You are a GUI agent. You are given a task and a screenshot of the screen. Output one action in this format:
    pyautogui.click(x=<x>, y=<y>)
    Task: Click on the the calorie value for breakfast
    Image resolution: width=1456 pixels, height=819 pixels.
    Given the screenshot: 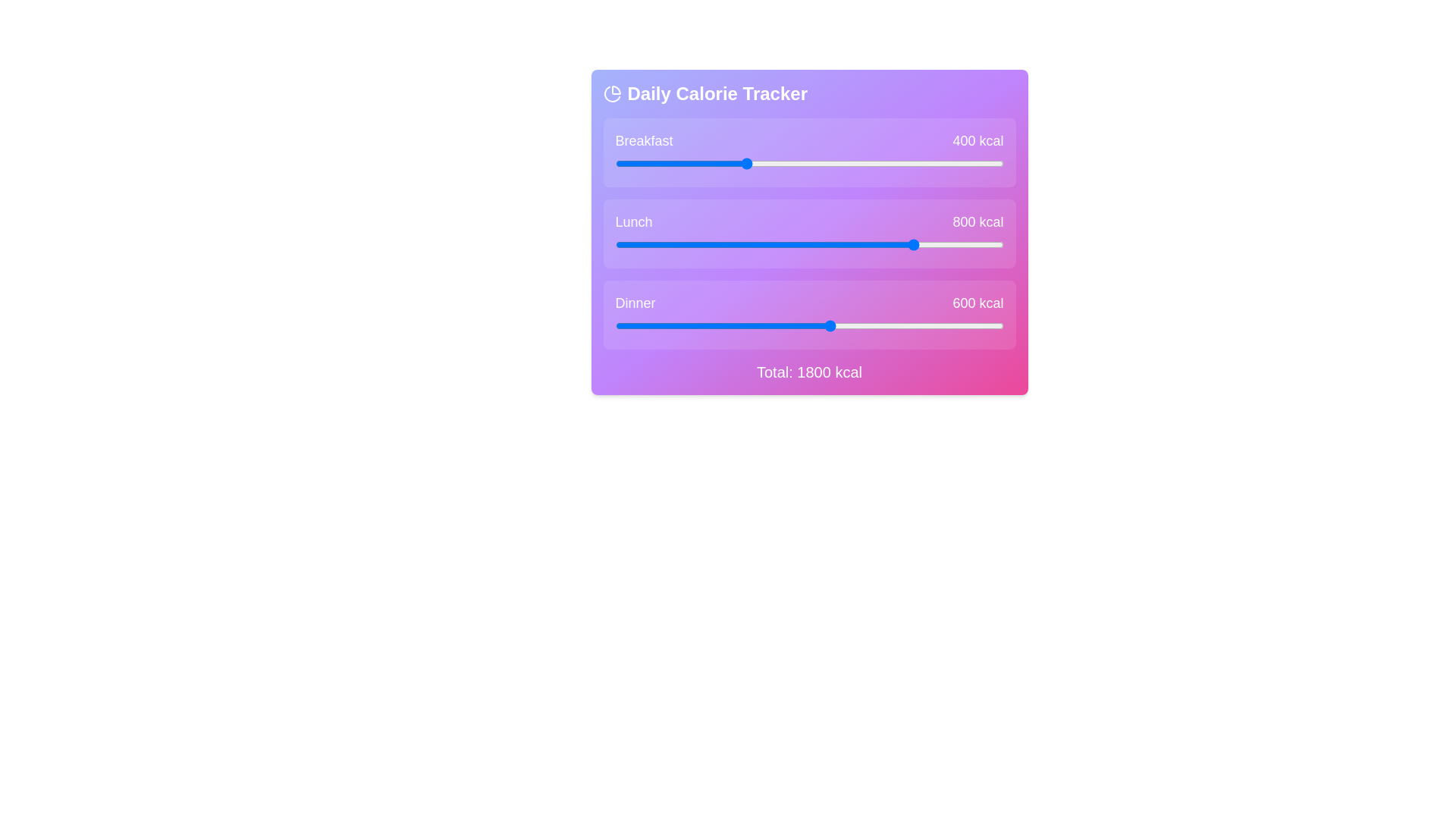 What is the action you would take?
    pyautogui.click(x=852, y=164)
    